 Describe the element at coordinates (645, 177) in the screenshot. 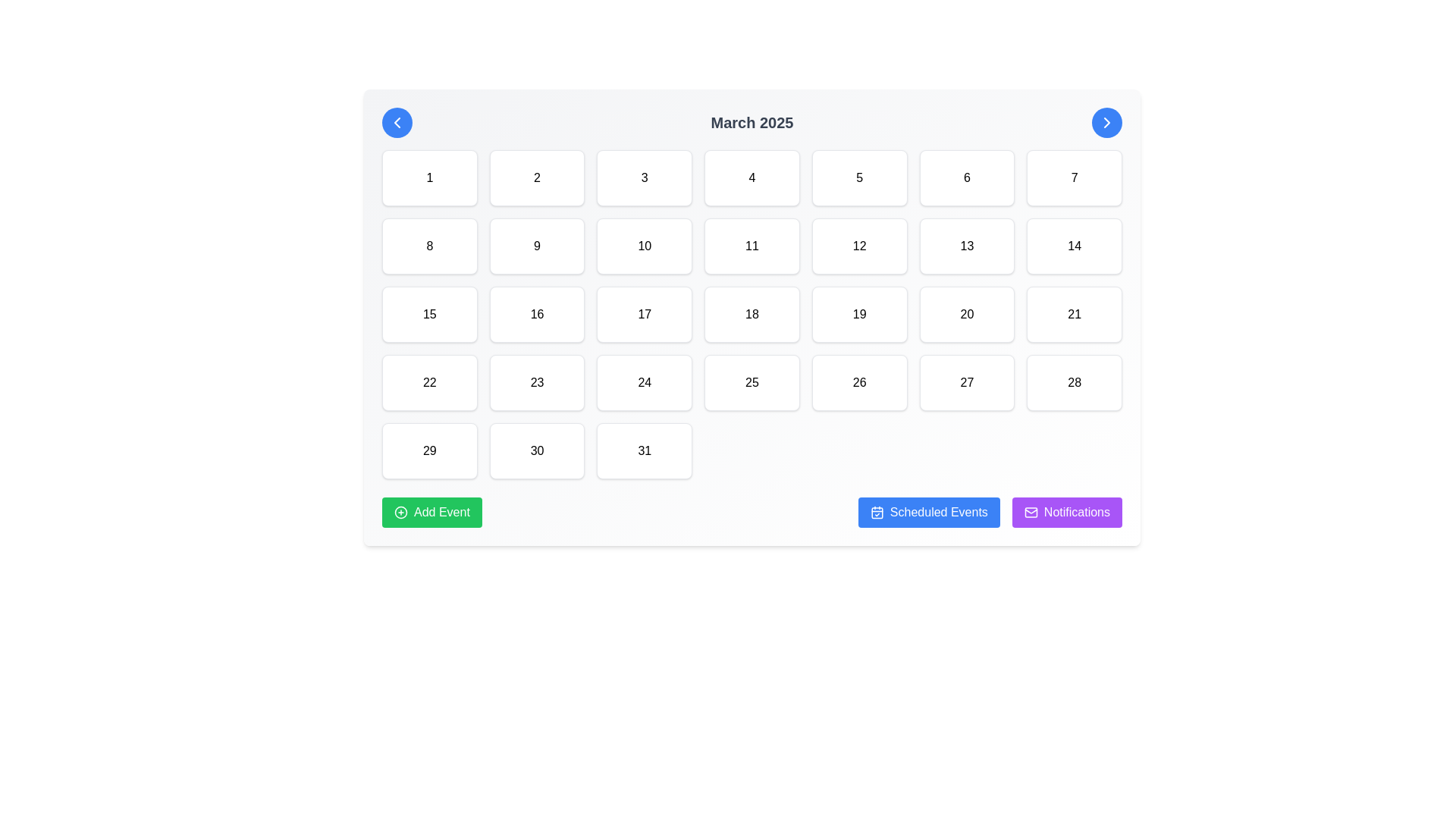

I see `the calendar day block displaying the number '3', which is the third element in the first row of the grid` at that location.